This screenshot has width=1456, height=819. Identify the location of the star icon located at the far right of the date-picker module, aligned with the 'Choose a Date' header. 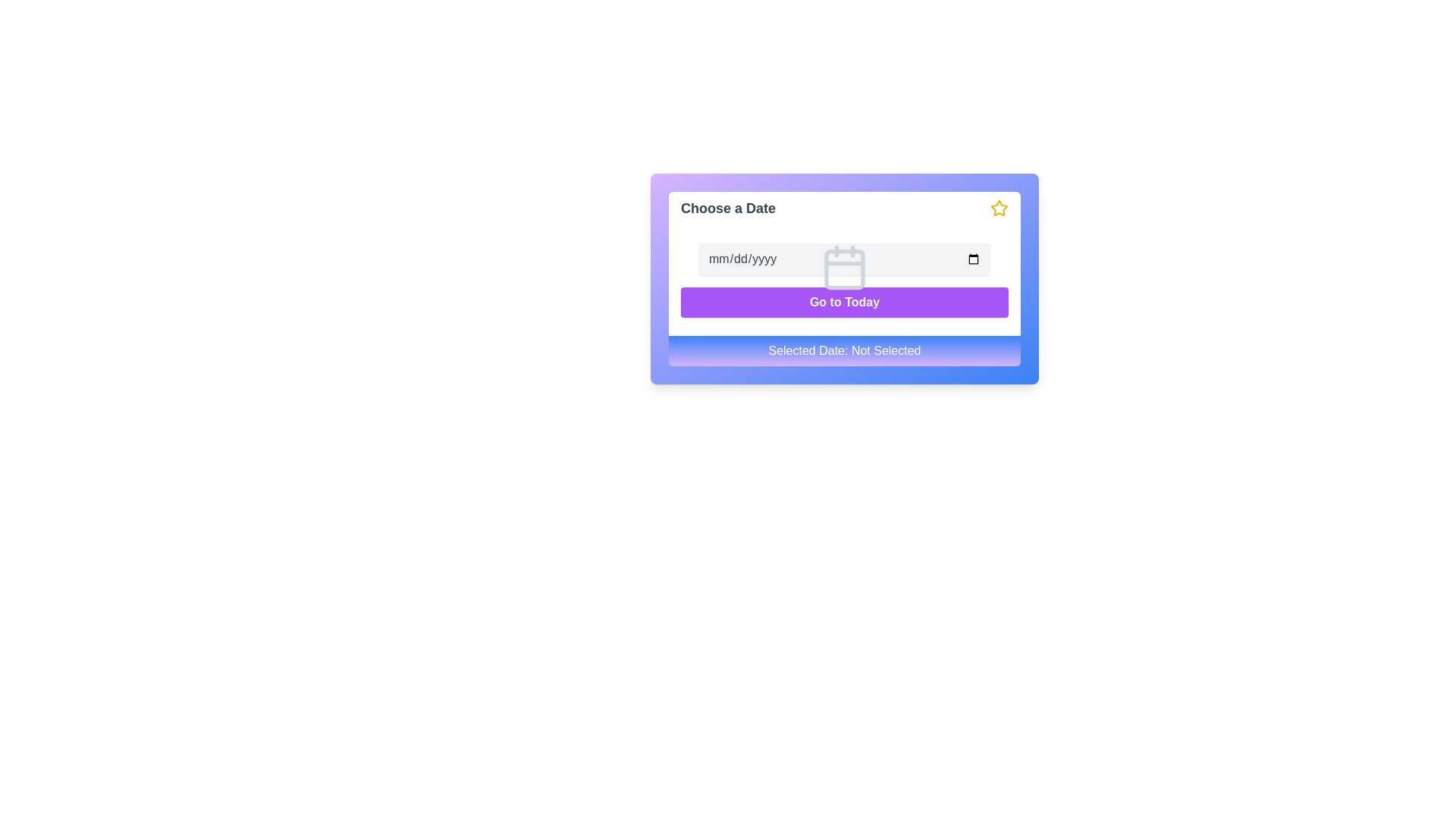
(999, 208).